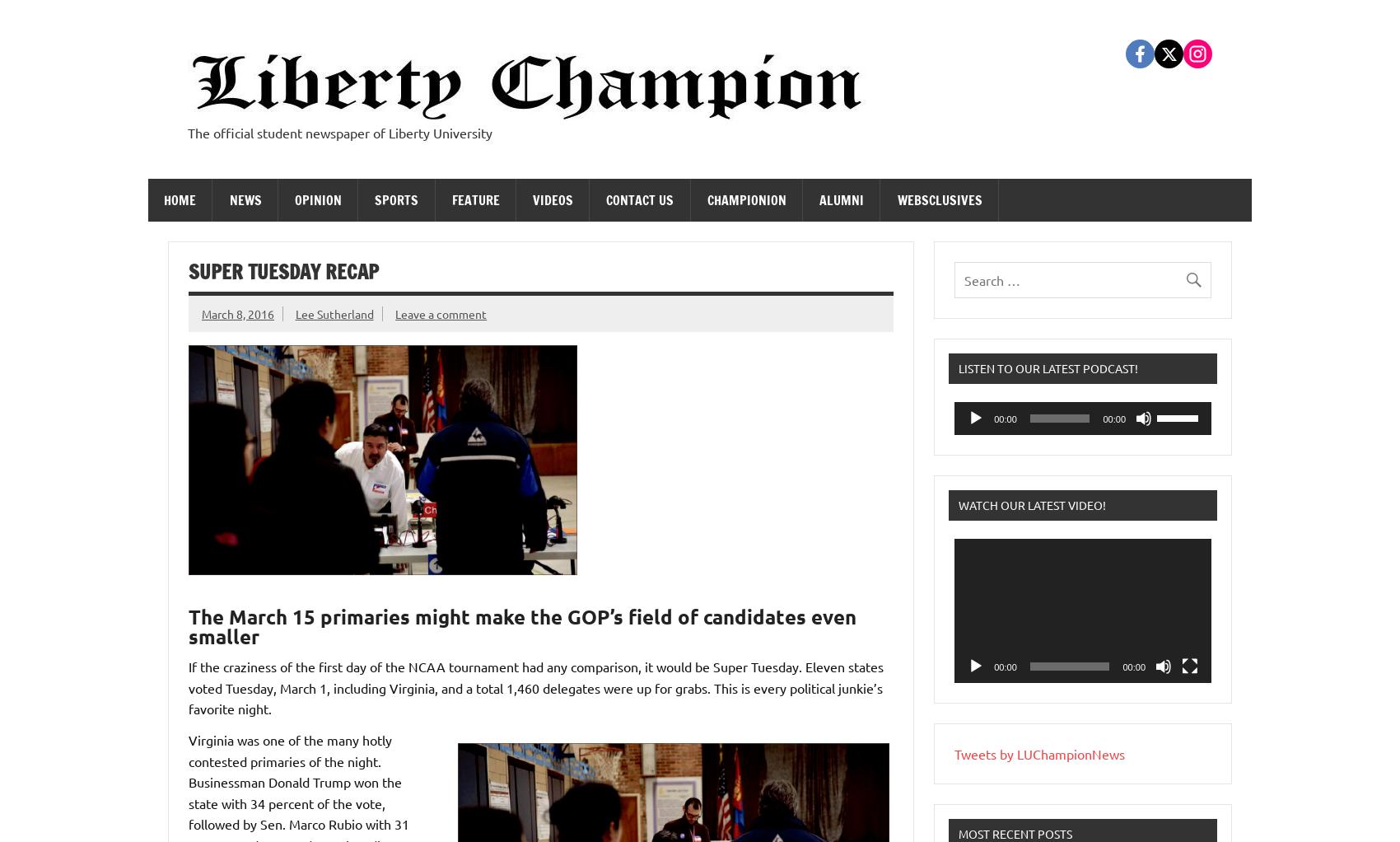 The width and height of the screenshot is (1400, 842). I want to click on 'The official student newspaper of Liberty University', so click(338, 131).